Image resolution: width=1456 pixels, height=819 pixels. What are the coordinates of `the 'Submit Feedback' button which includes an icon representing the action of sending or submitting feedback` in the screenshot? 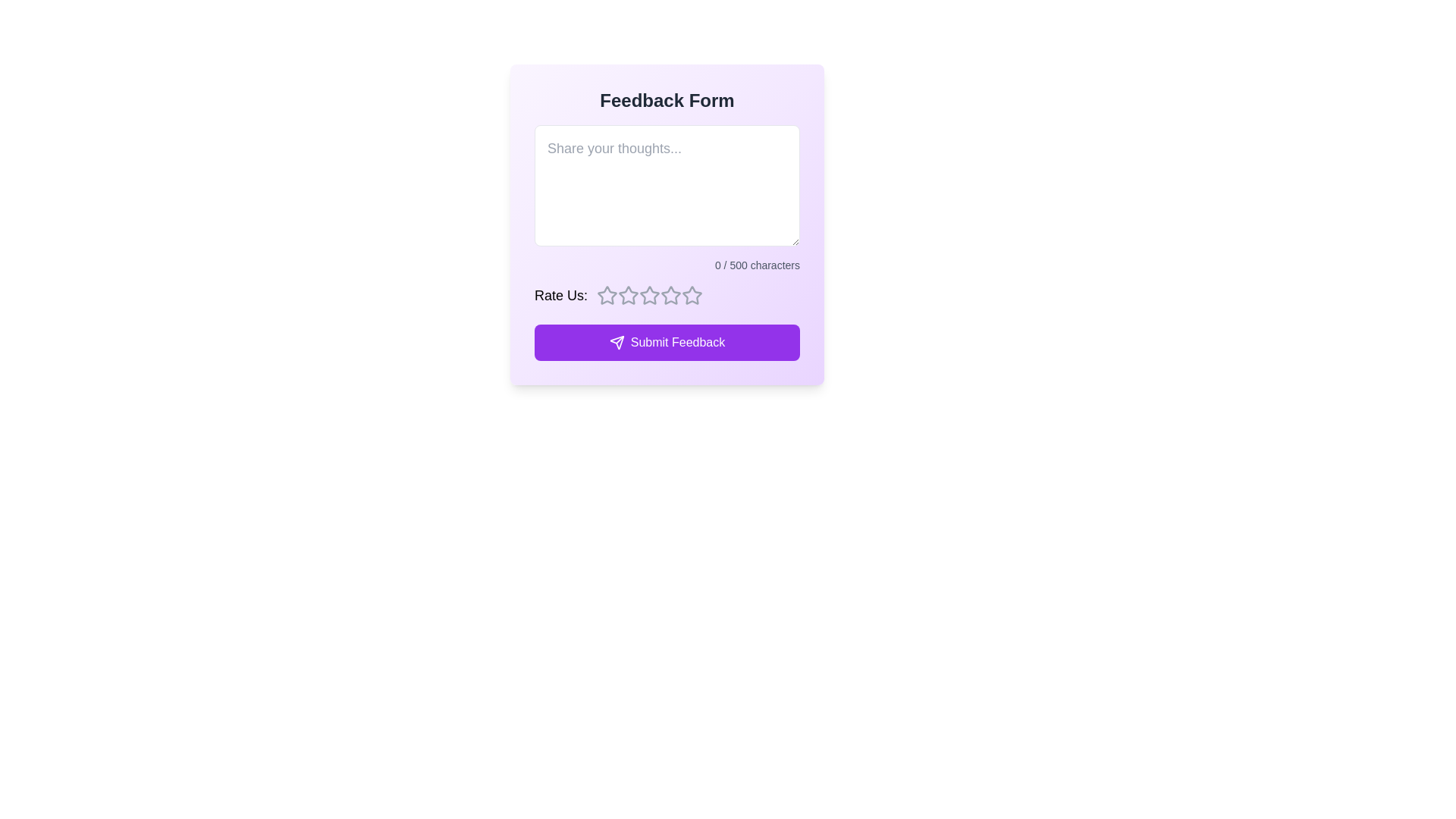 It's located at (617, 342).